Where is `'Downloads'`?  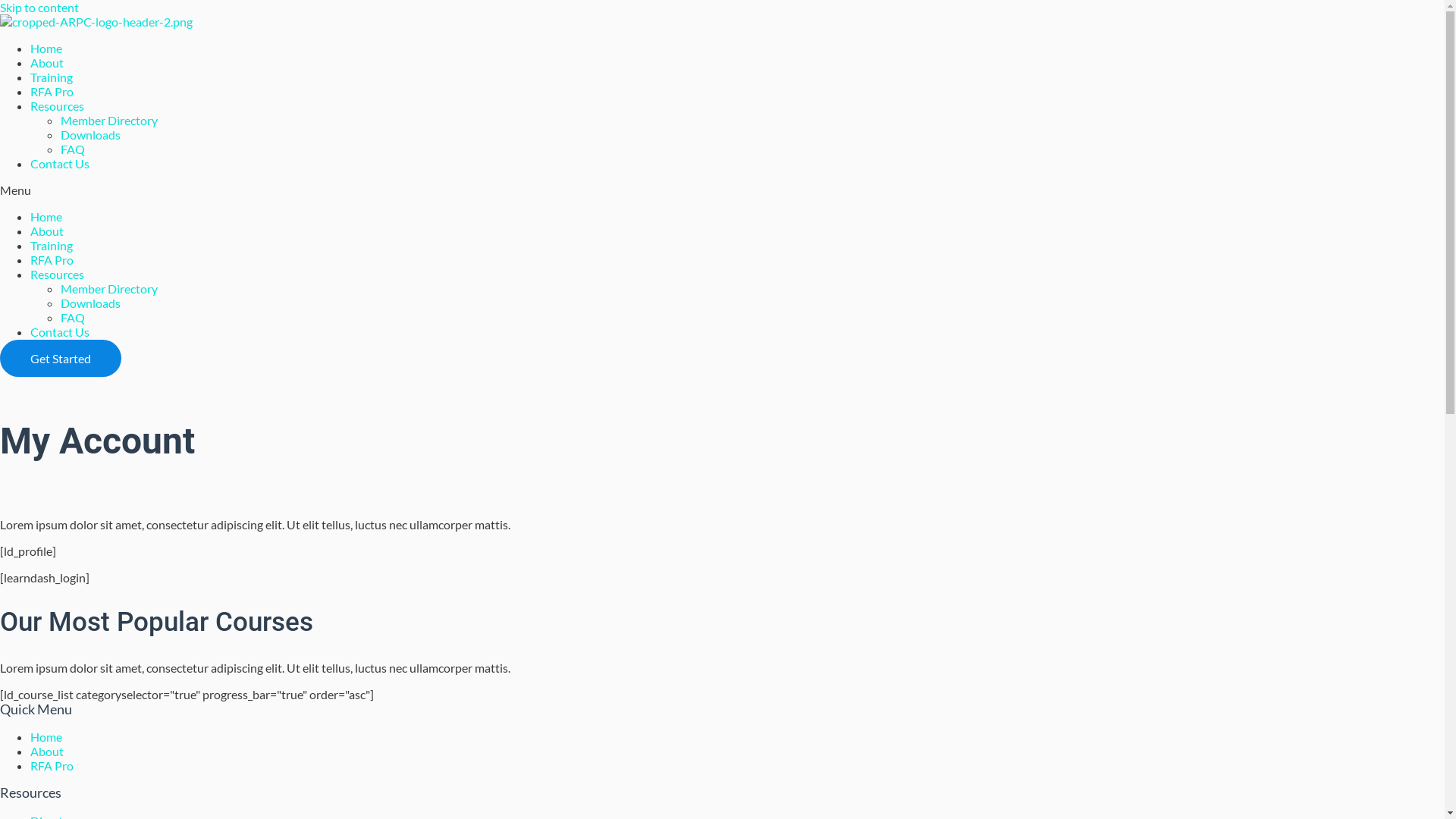
'Downloads' is located at coordinates (89, 133).